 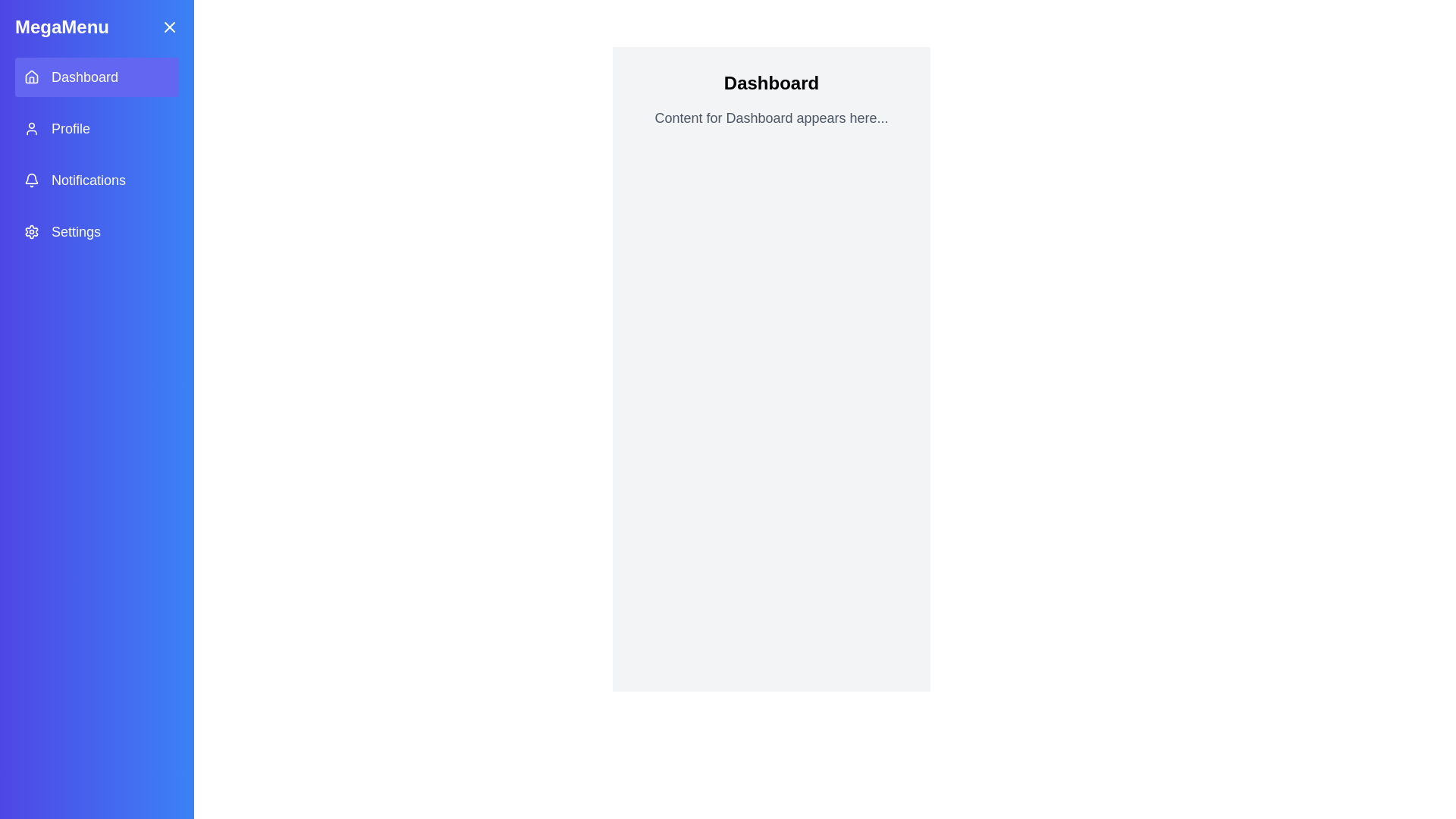 I want to click on the gear icon located on the blue sidebar menu next to the 'Settings' text label, so click(x=32, y=231).